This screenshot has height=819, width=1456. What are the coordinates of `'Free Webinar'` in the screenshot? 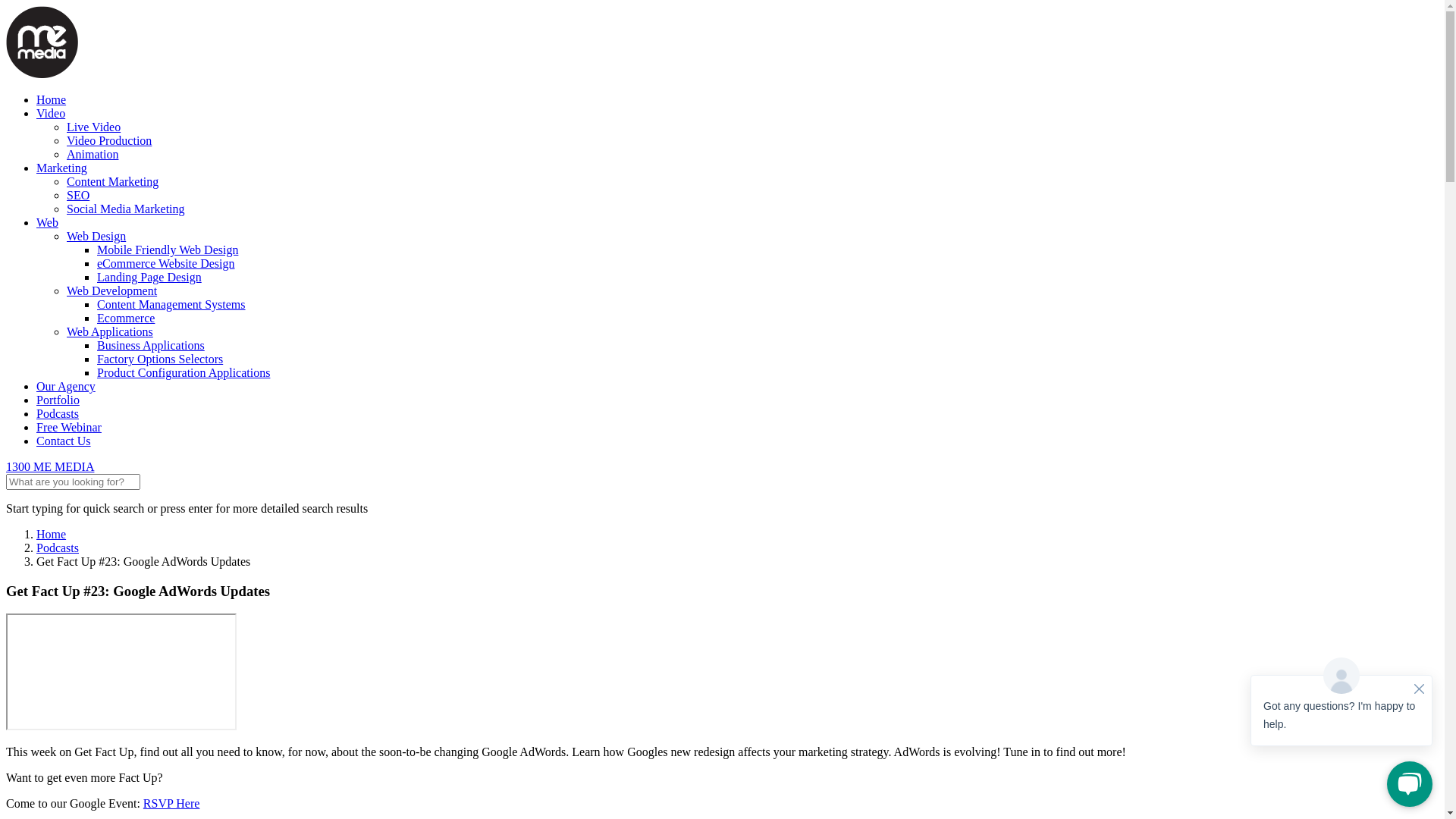 It's located at (68, 427).